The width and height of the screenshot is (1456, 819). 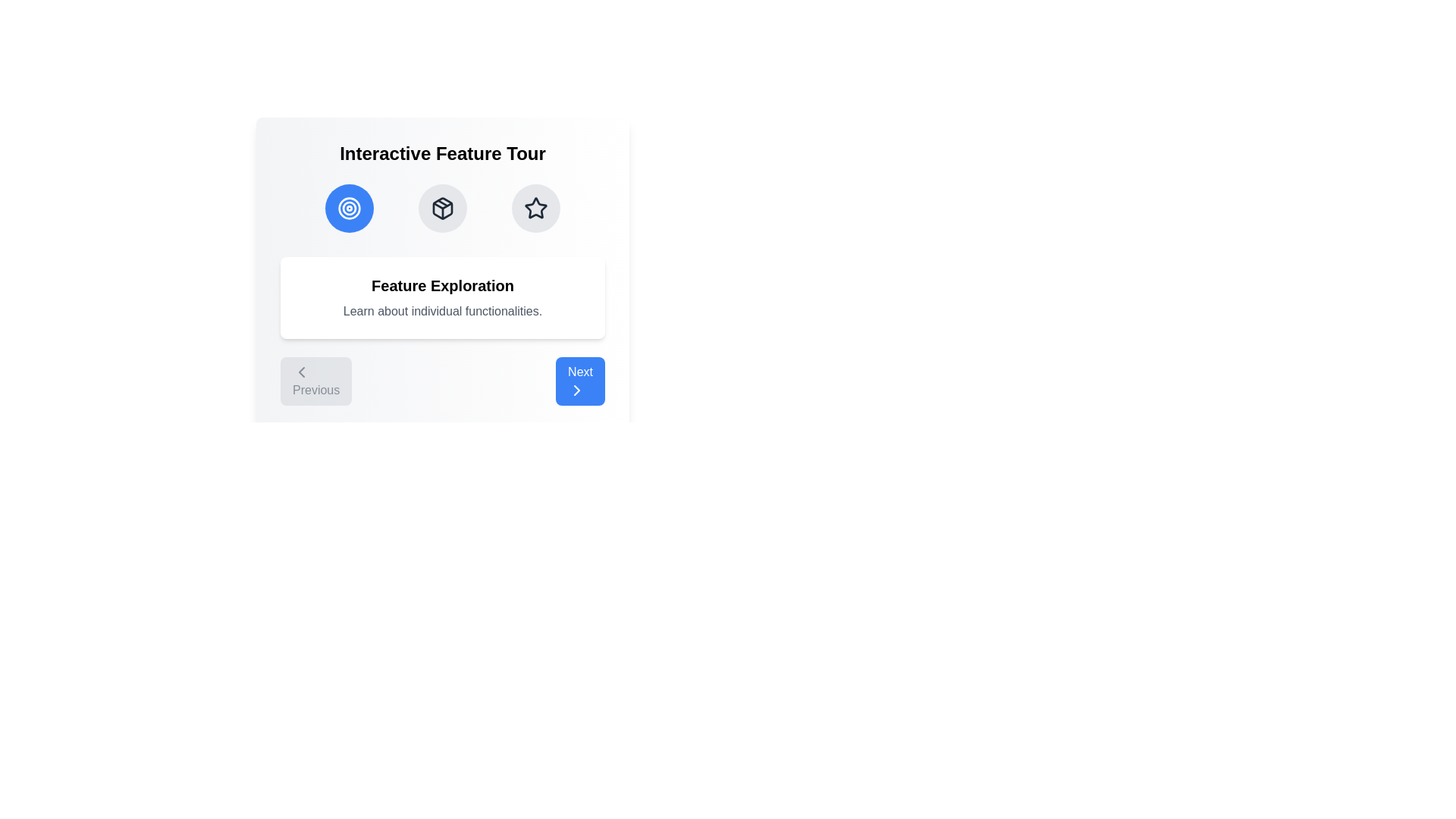 I want to click on the 'Feature Exploration' button located in the middle of a row of three circular buttons, to change its background color to blue, so click(x=442, y=208).